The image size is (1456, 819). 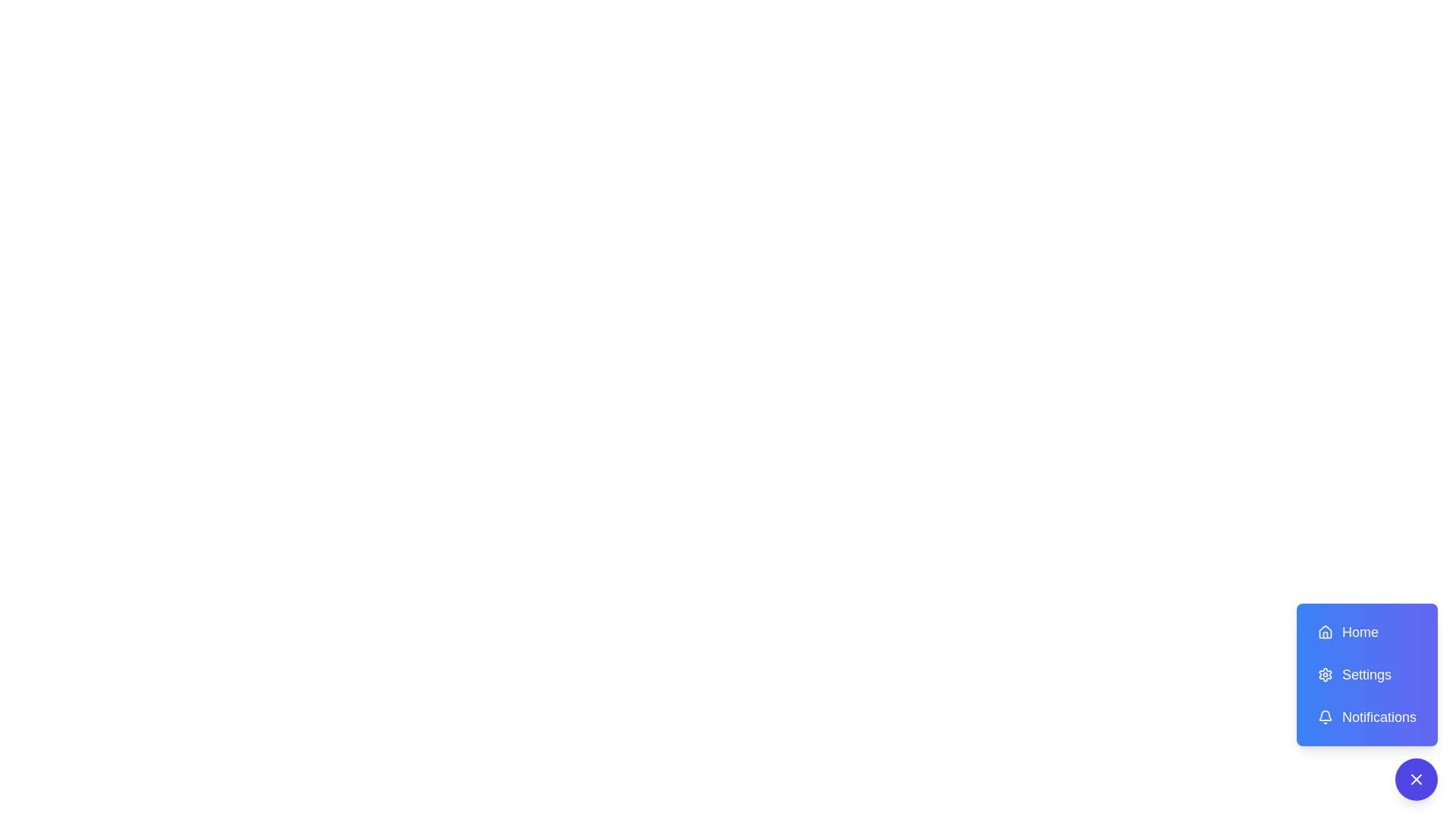 I want to click on the 'Notifications' menu link at the bottom-right corner of the interface, so click(x=1367, y=701).